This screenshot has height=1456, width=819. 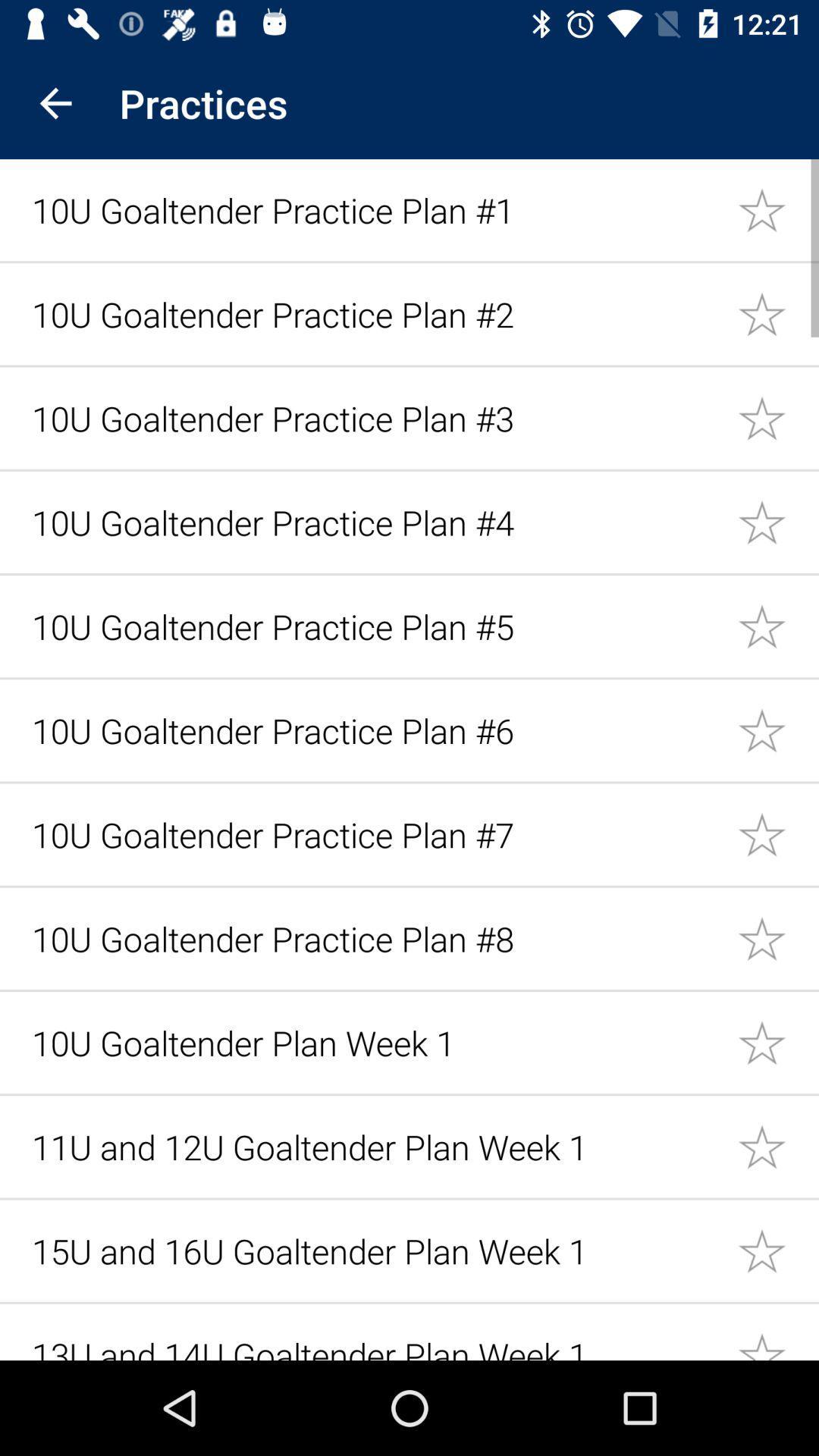 I want to click on star, so click(x=778, y=209).